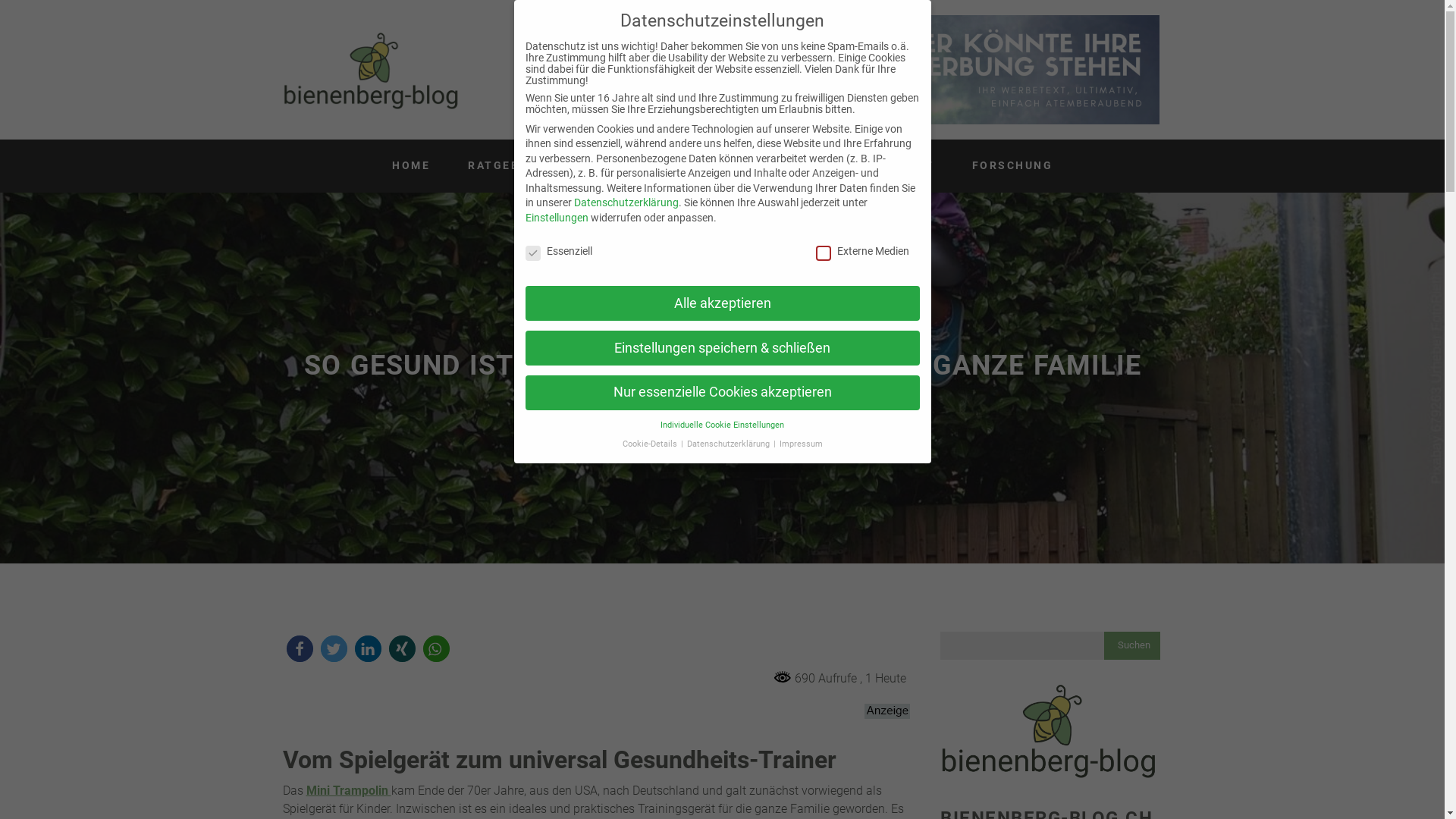  I want to click on 'HOME', so click(377, 166).